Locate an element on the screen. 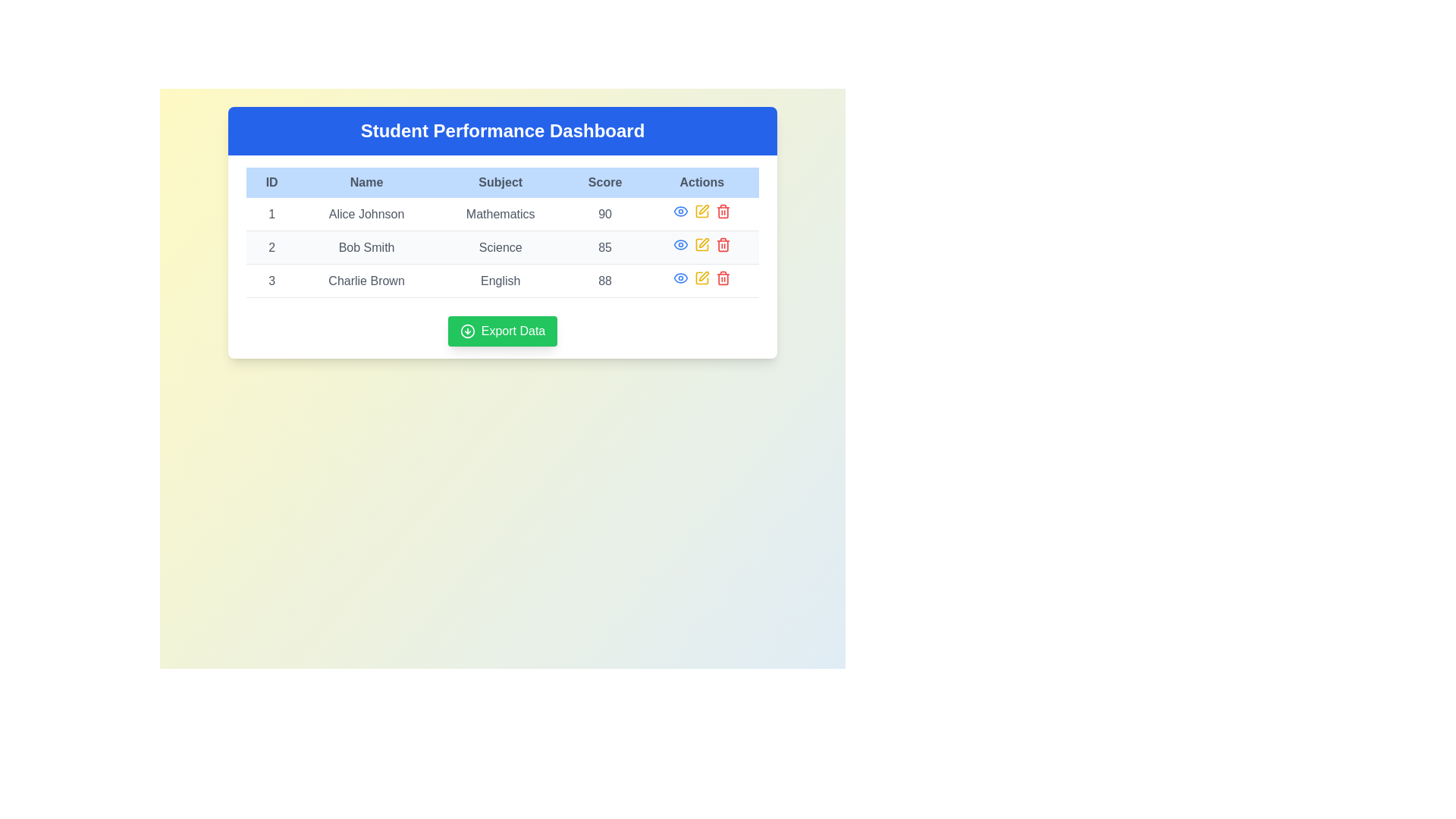  the blue rounded eye icon in the Actions column of the third row is located at coordinates (679, 278).